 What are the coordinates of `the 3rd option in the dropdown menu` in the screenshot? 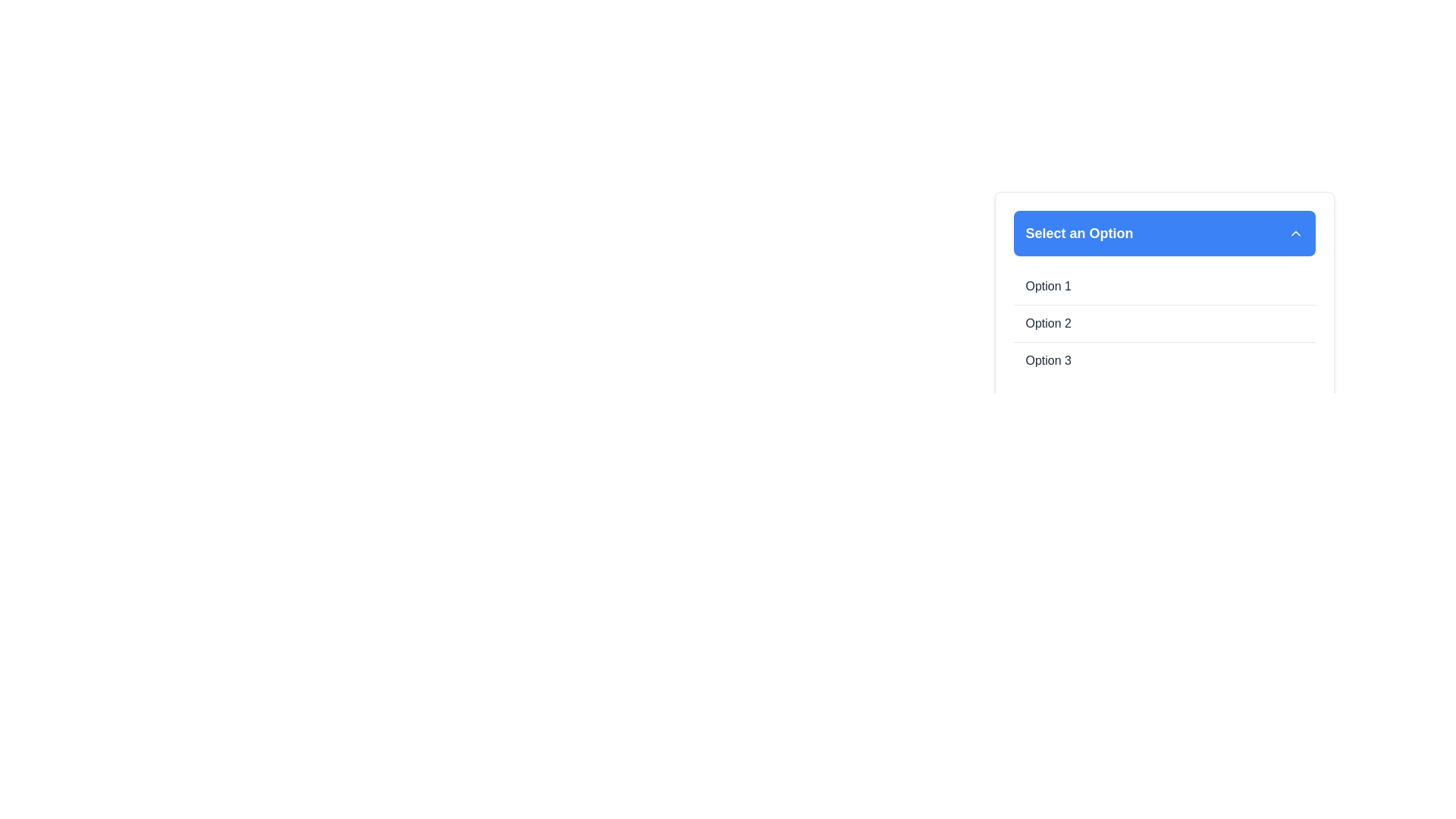 It's located at (1047, 360).